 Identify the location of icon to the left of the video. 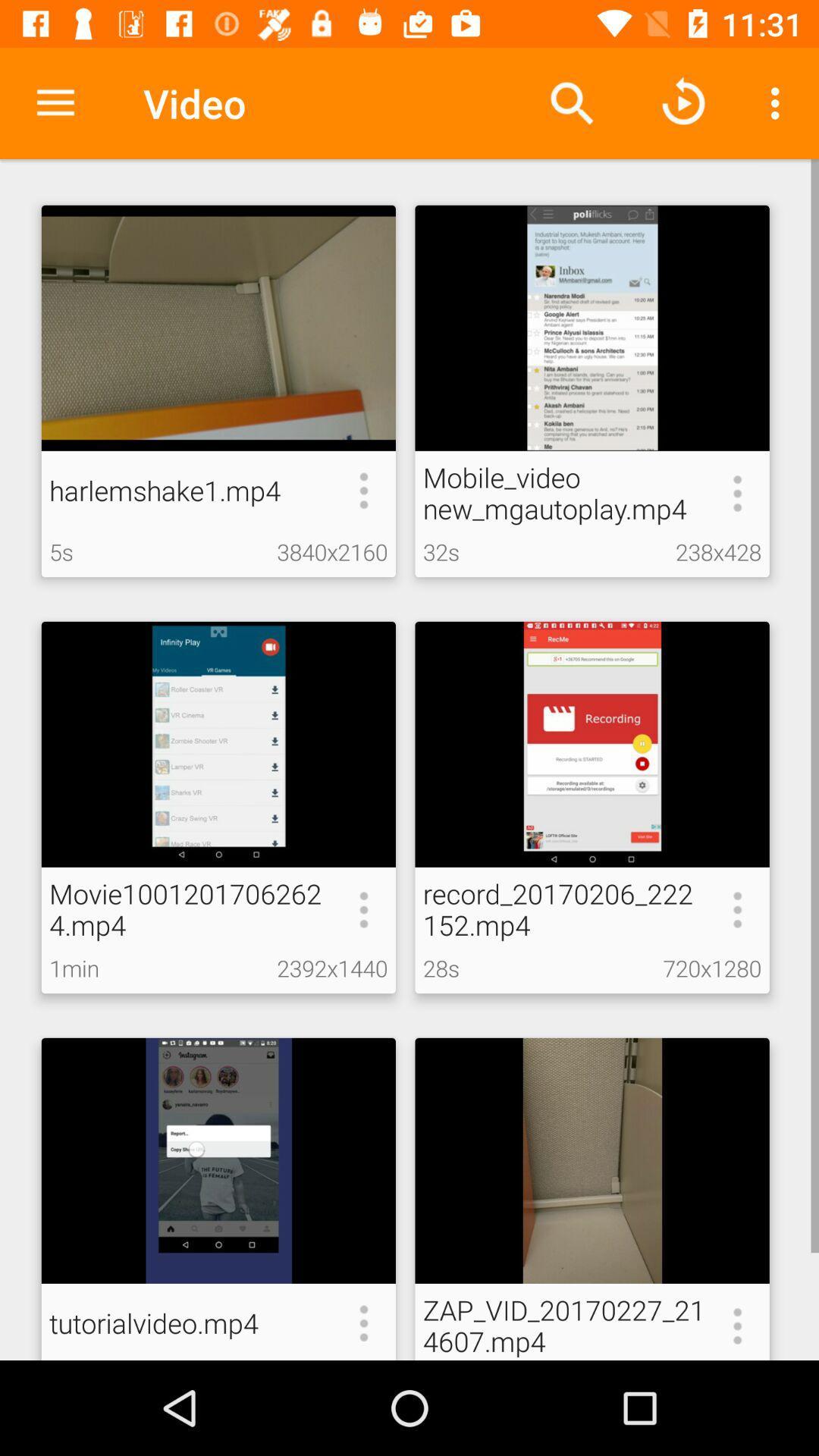
(55, 102).